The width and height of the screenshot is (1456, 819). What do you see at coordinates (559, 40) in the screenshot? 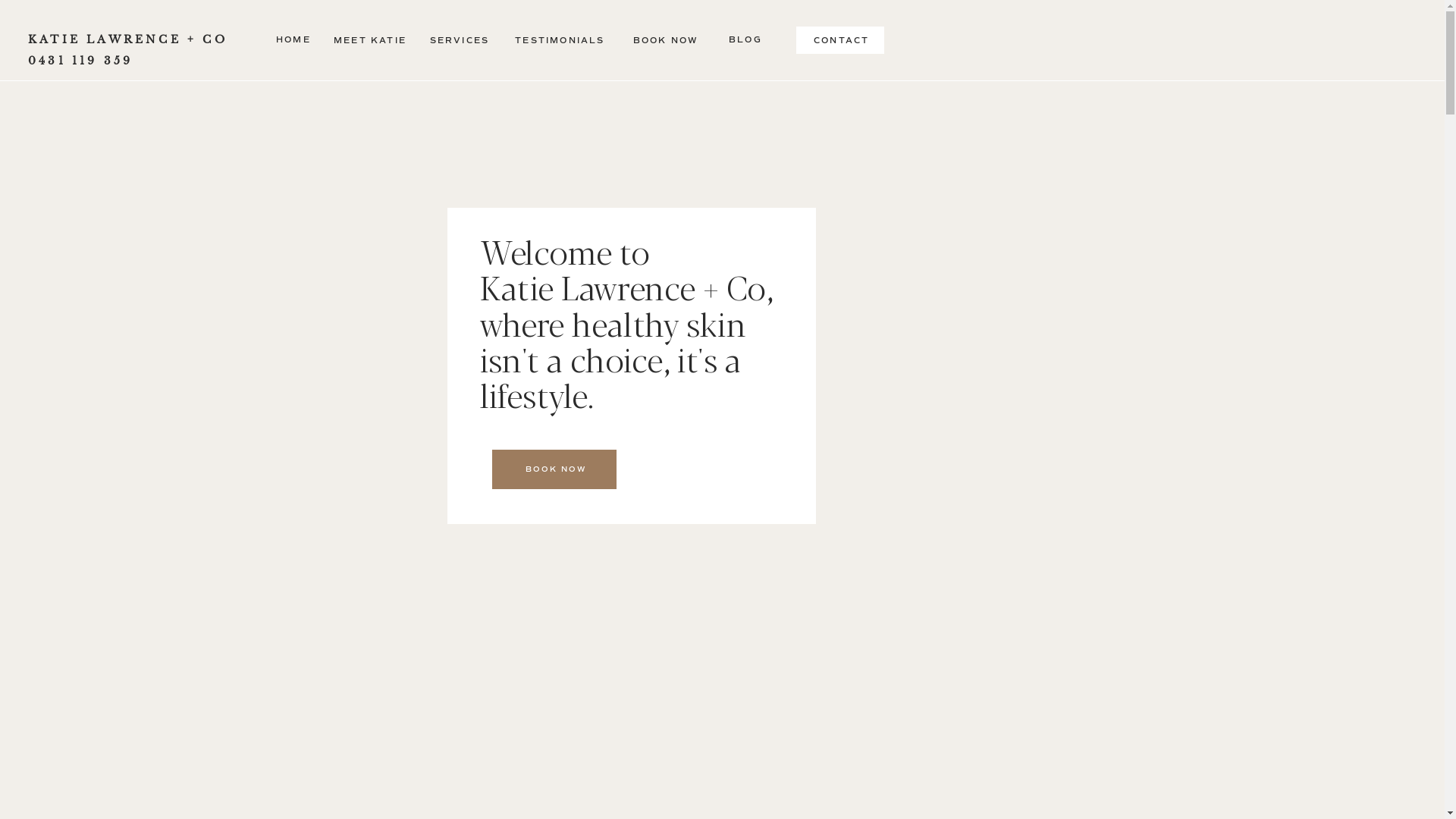
I see `'TESTIMONIALS'` at bounding box center [559, 40].